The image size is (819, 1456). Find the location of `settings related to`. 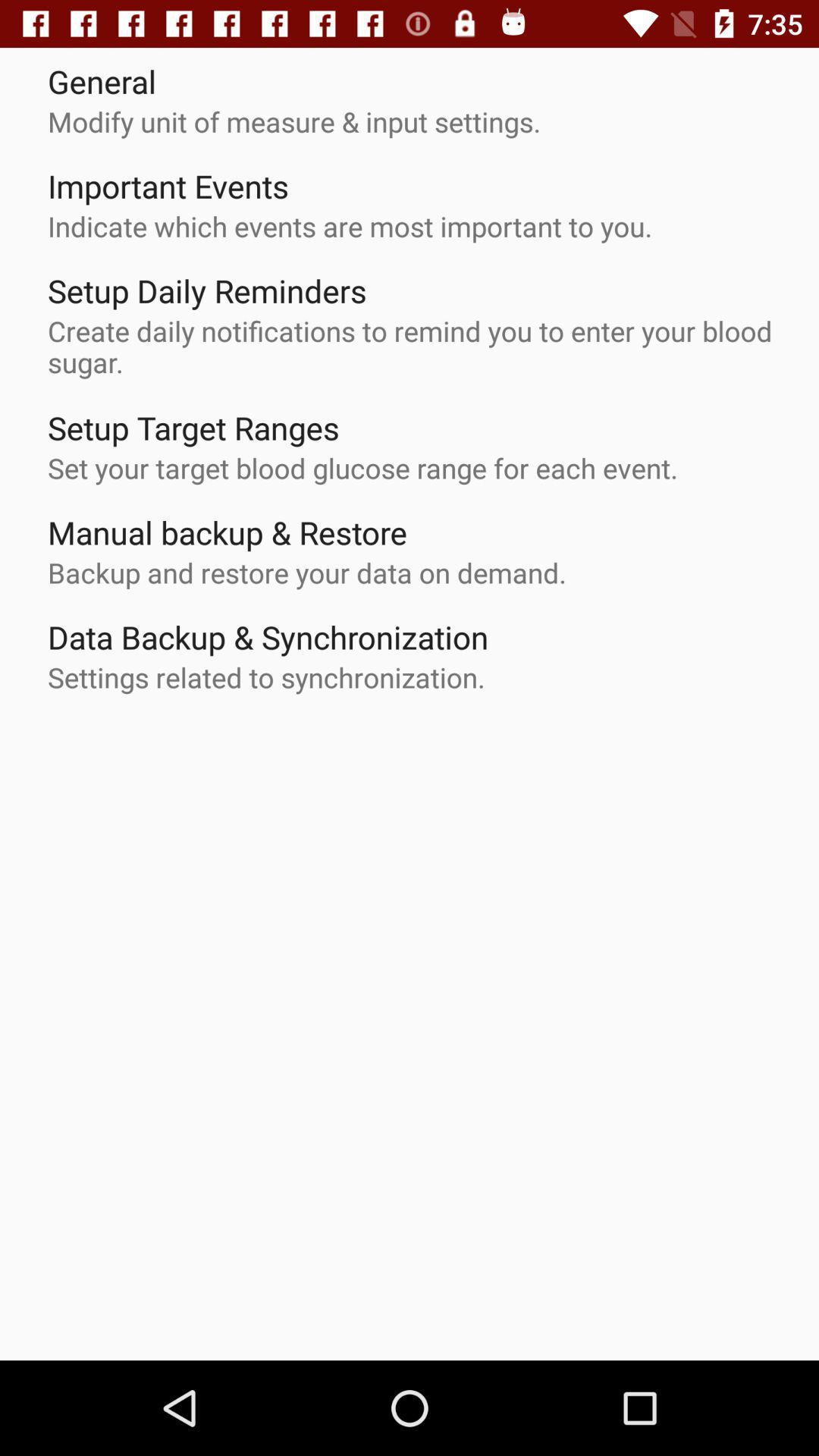

settings related to is located at coordinates (265, 676).